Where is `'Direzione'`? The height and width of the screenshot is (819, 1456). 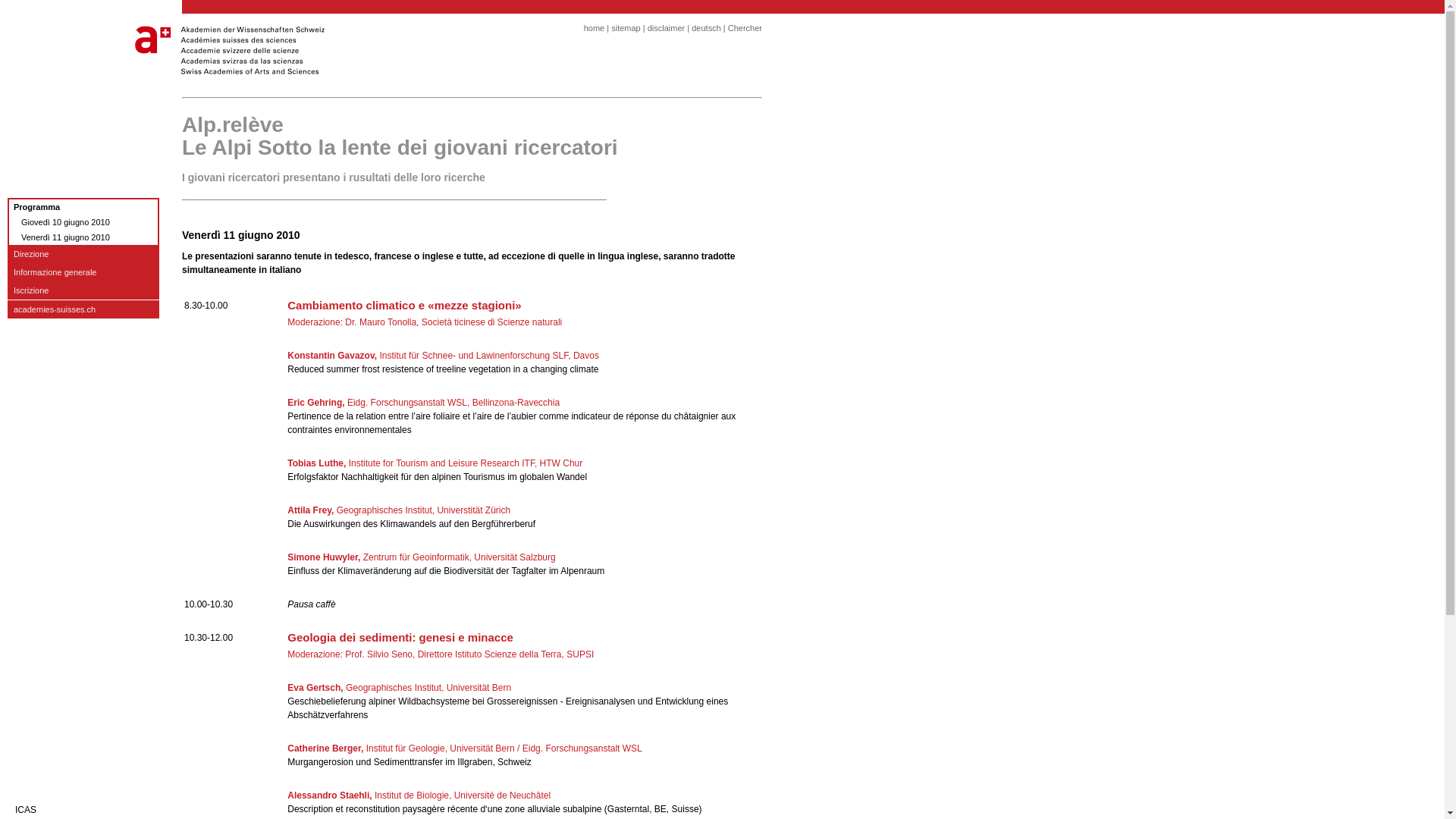
'Direzione' is located at coordinates (83, 253).